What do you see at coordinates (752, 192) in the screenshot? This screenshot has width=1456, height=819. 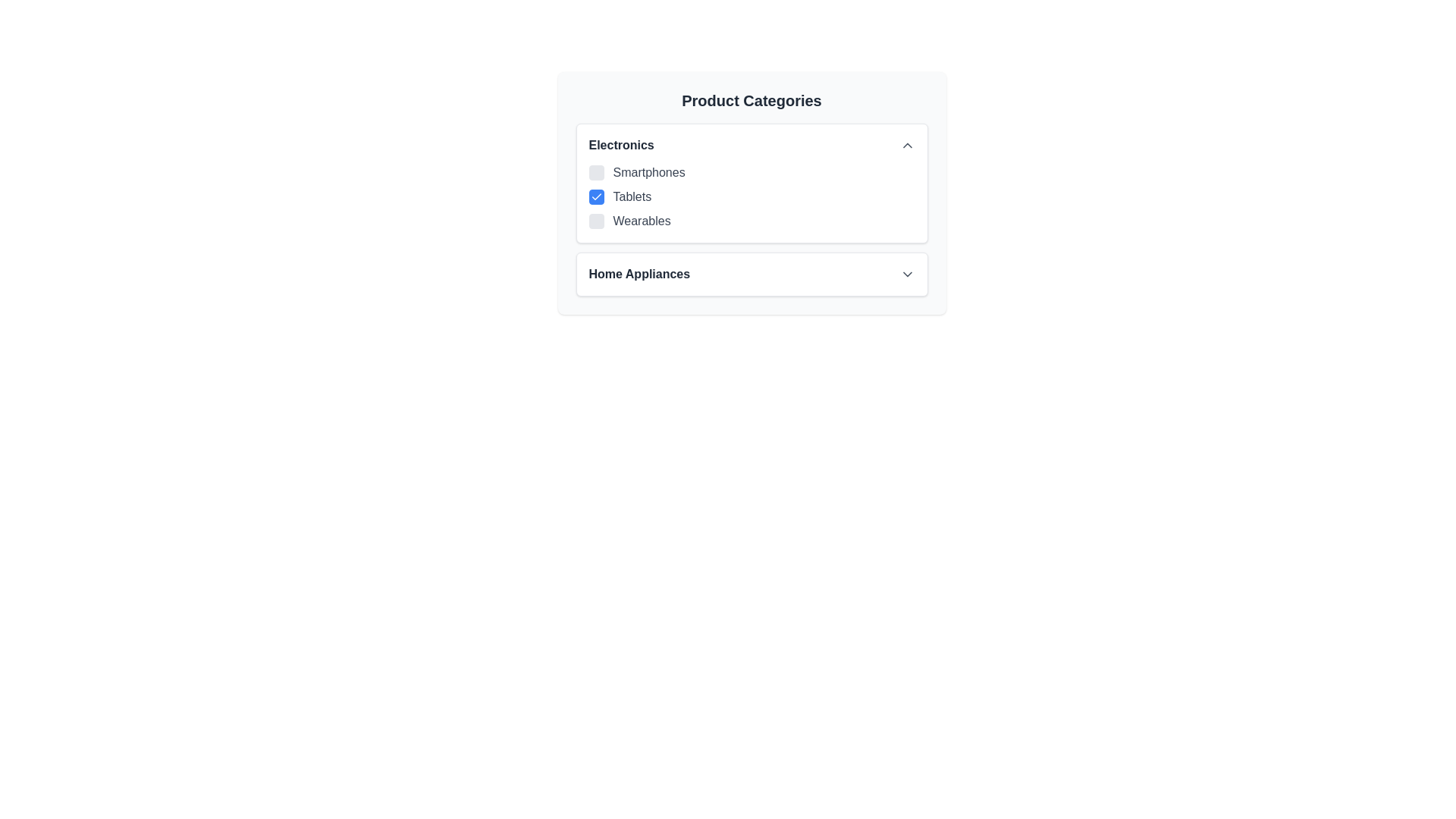 I see `the 'Tablets' checkbox in the 'Product Categories' panel, which is the second checkbox under the 'Electronics' category` at bounding box center [752, 192].